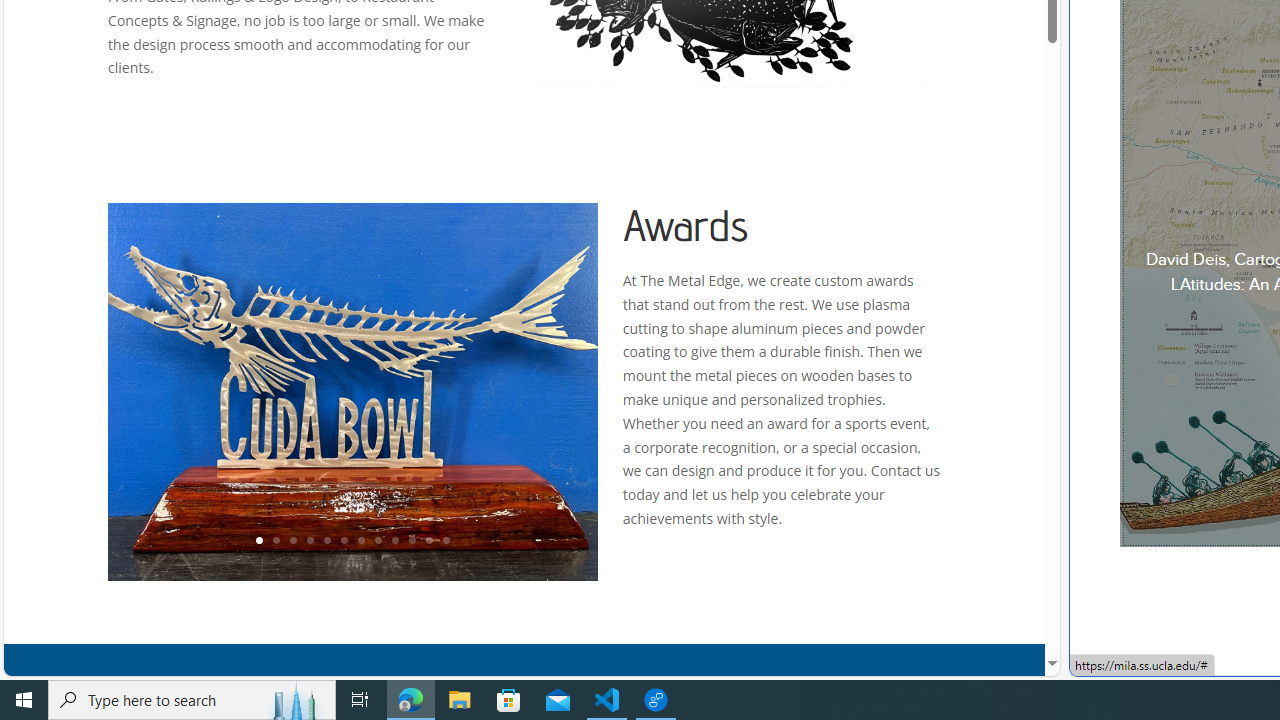 The height and width of the screenshot is (720, 1280). What do you see at coordinates (427, 541) in the screenshot?
I see `'11'` at bounding box center [427, 541].